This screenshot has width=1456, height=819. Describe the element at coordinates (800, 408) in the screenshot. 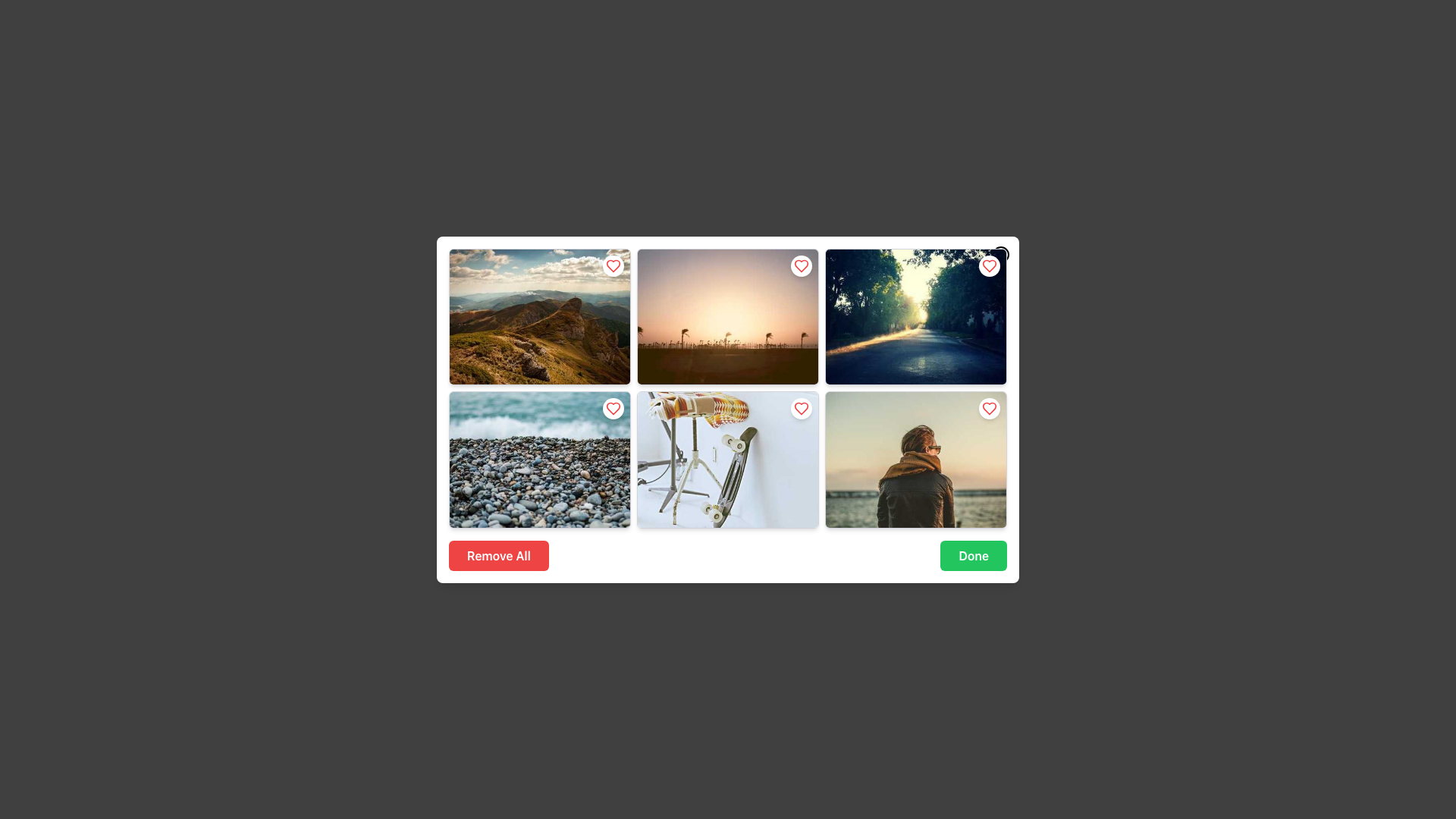

I see `the heart-shaped Favorite or like button located in the top-right corner of the fourth image in a 2x3 grid layout` at that location.